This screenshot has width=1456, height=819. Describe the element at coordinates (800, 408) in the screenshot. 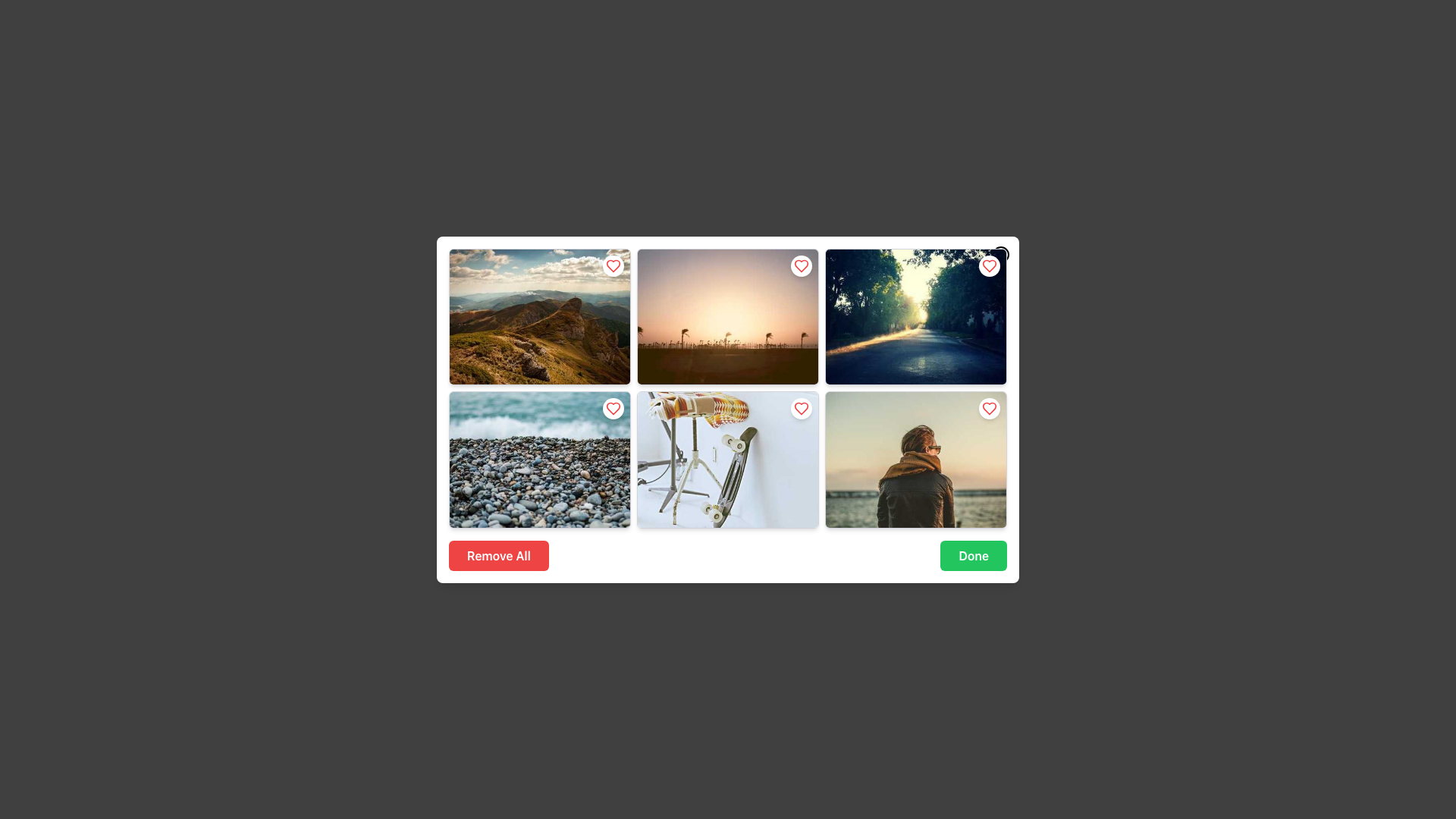

I see `the heart-shaped Favorite or like button located in the top-right corner of the fourth image in a 2x3 grid layout` at that location.